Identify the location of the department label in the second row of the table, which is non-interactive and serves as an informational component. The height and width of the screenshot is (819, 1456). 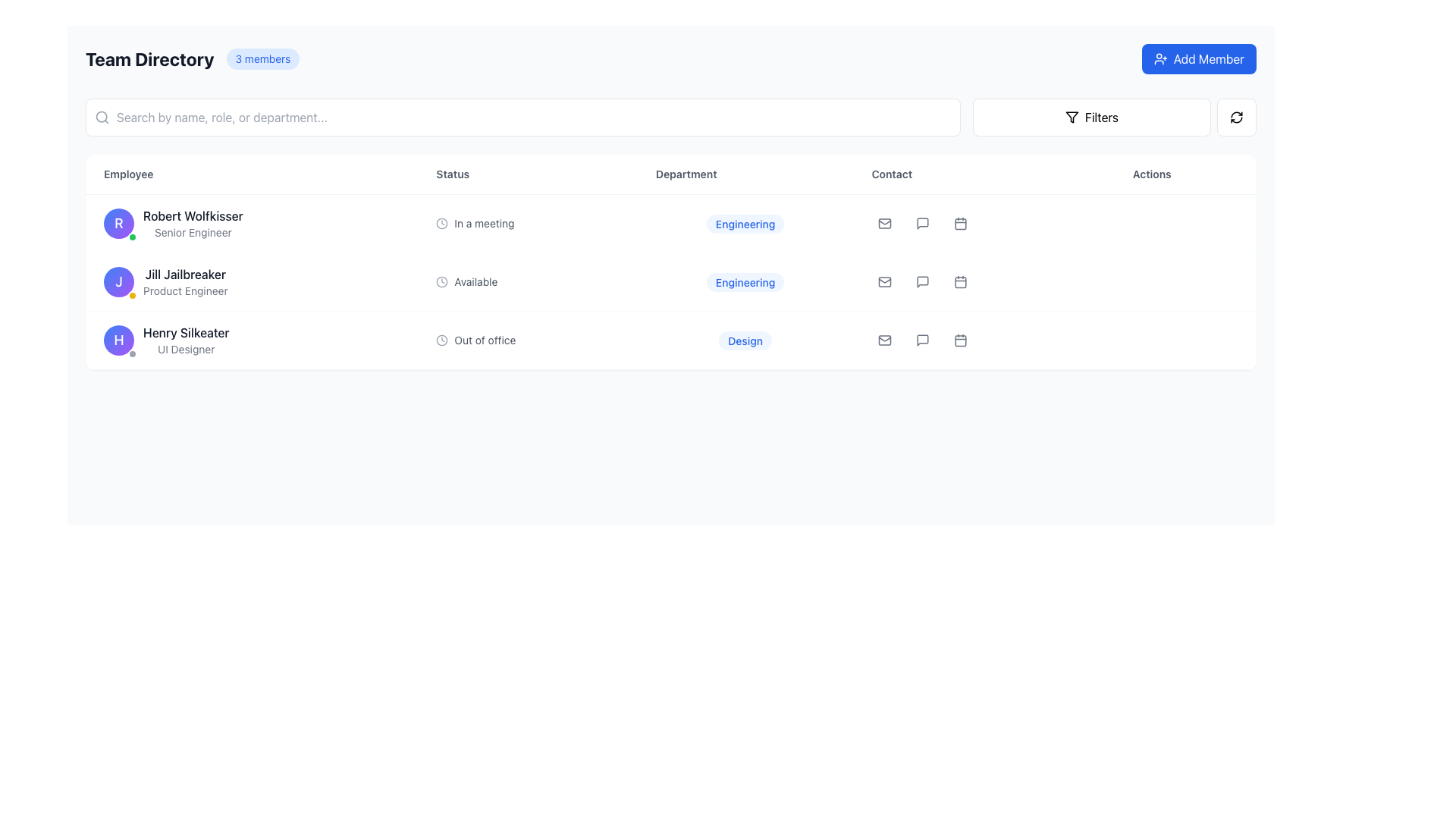
(745, 282).